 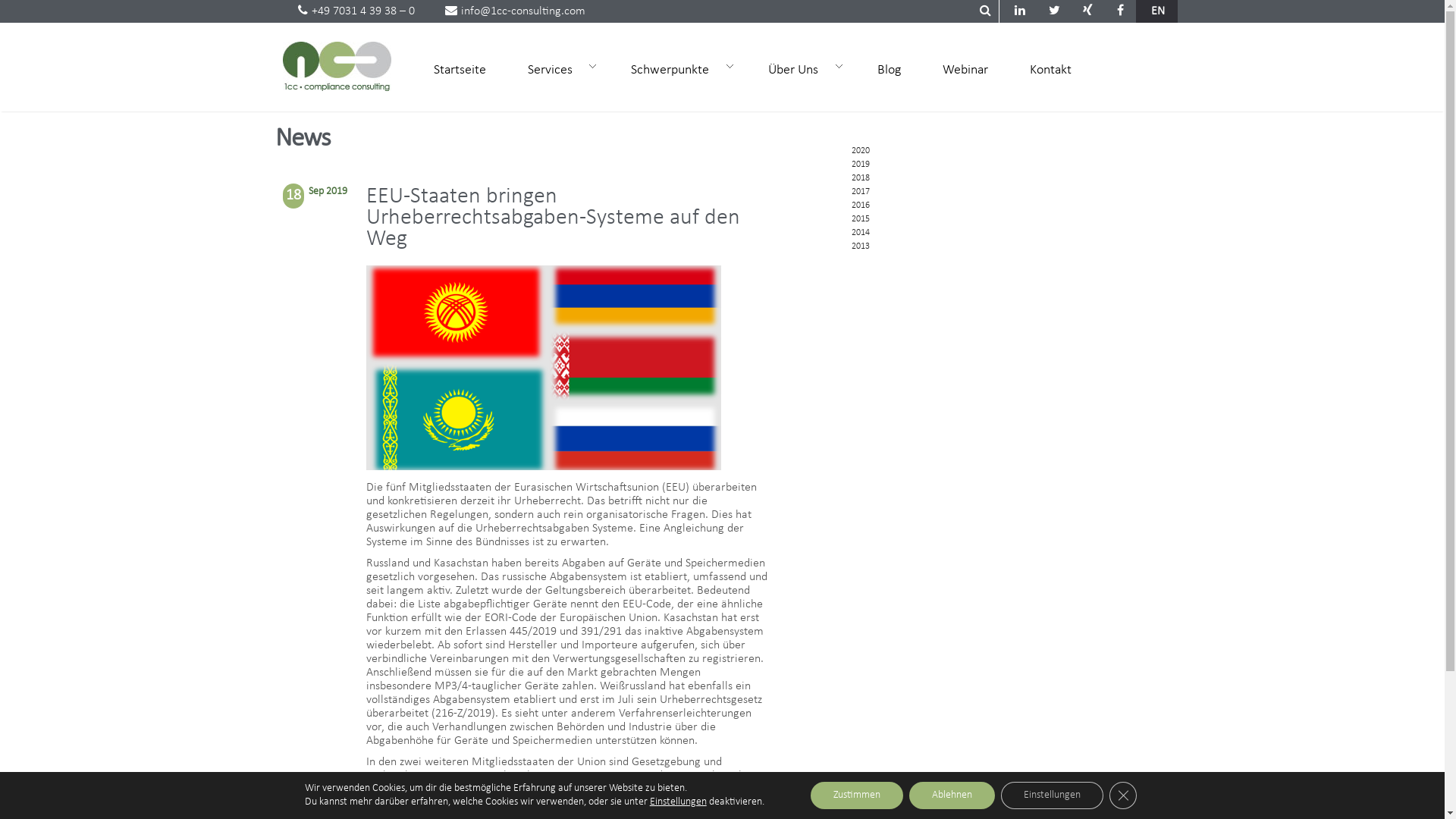 I want to click on '2013', so click(x=851, y=245).